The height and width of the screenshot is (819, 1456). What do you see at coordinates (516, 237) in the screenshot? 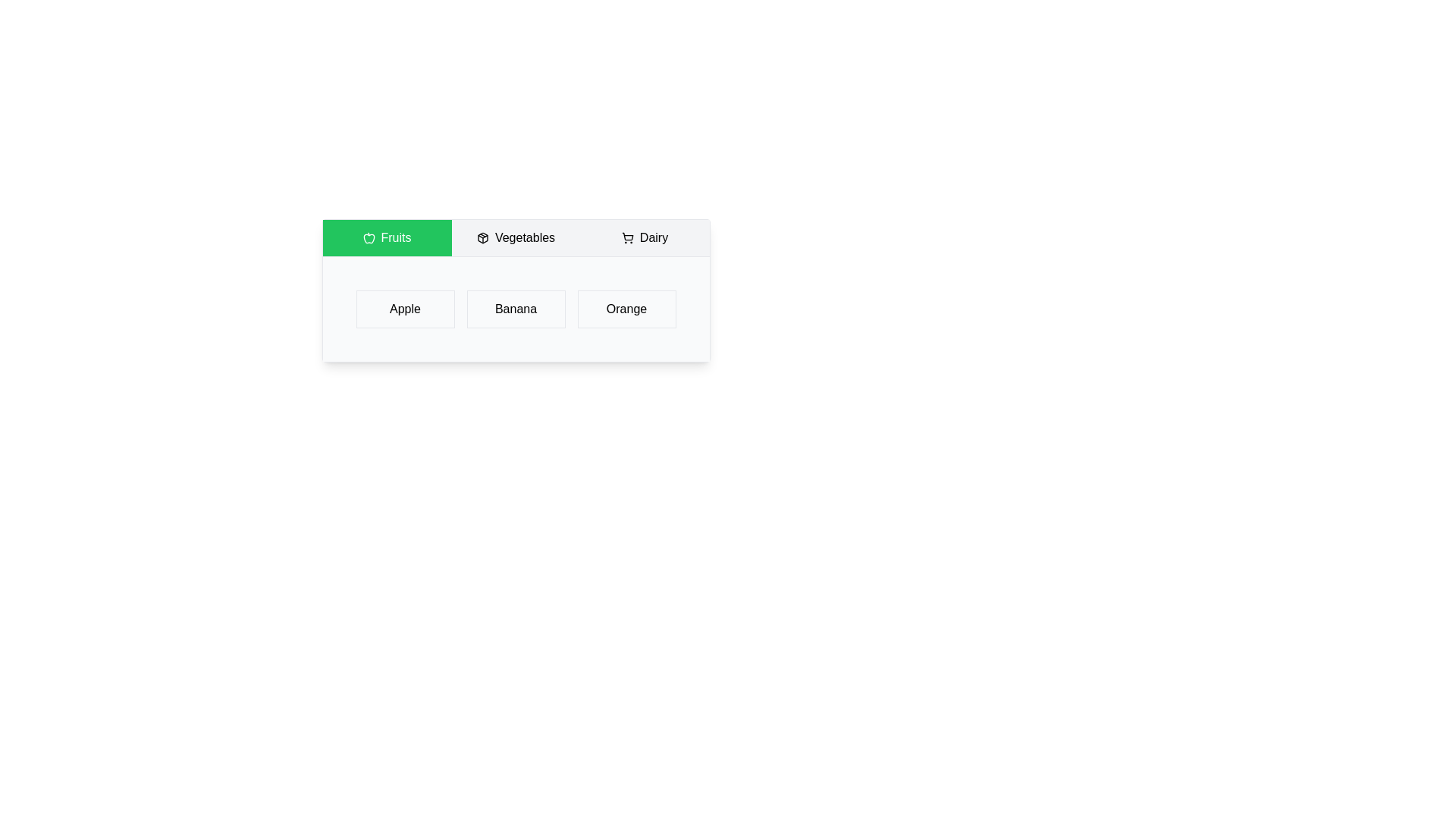
I see `the tab labeled Vegetables to observe its hover effect` at bounding box center [516, 237].